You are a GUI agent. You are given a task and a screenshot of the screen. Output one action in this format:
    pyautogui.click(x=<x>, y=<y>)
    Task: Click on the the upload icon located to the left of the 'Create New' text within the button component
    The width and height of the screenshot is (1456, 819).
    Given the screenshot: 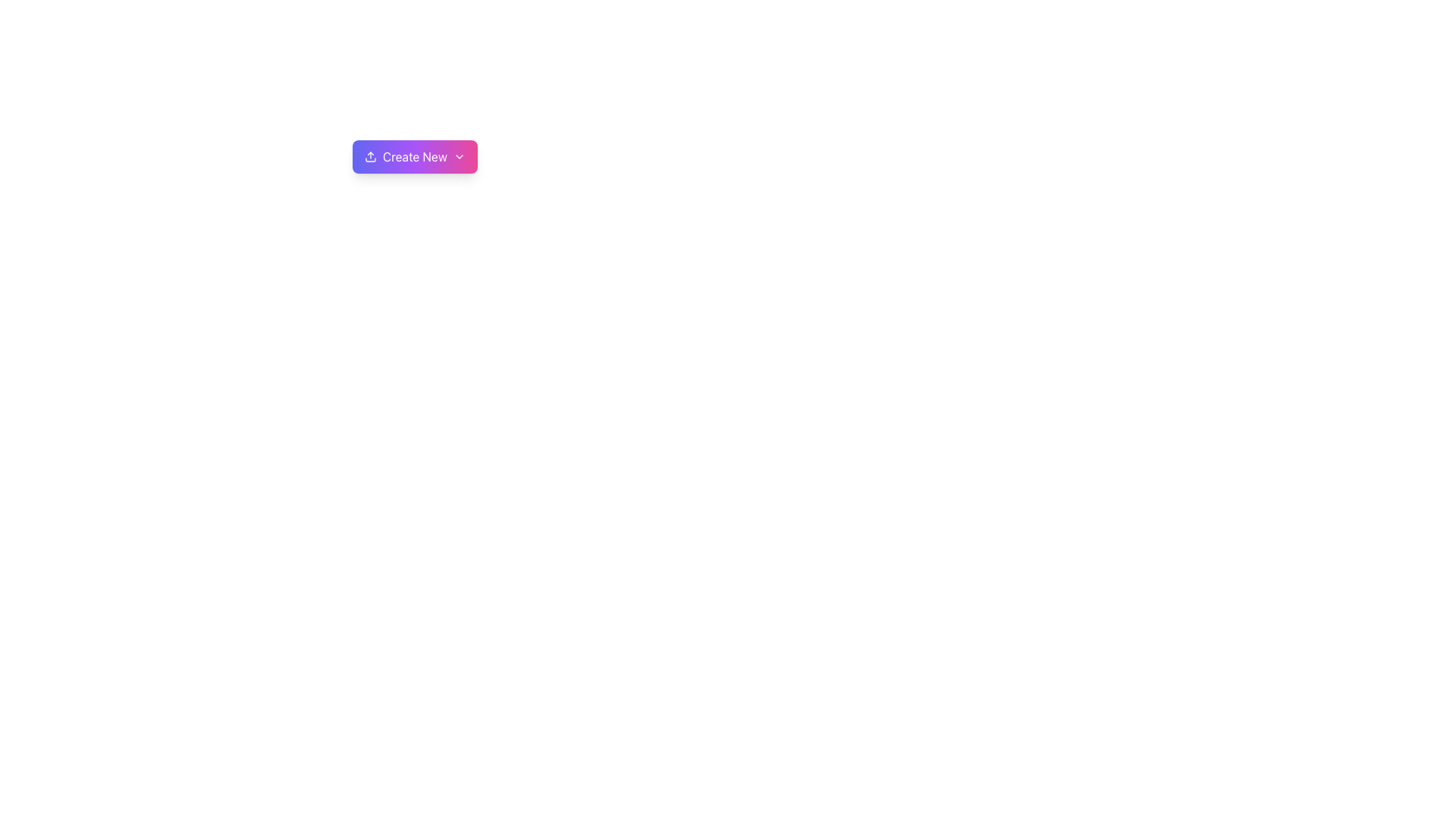 What is the action you would take?
    pyautogui.click(x=371, y=157)
    